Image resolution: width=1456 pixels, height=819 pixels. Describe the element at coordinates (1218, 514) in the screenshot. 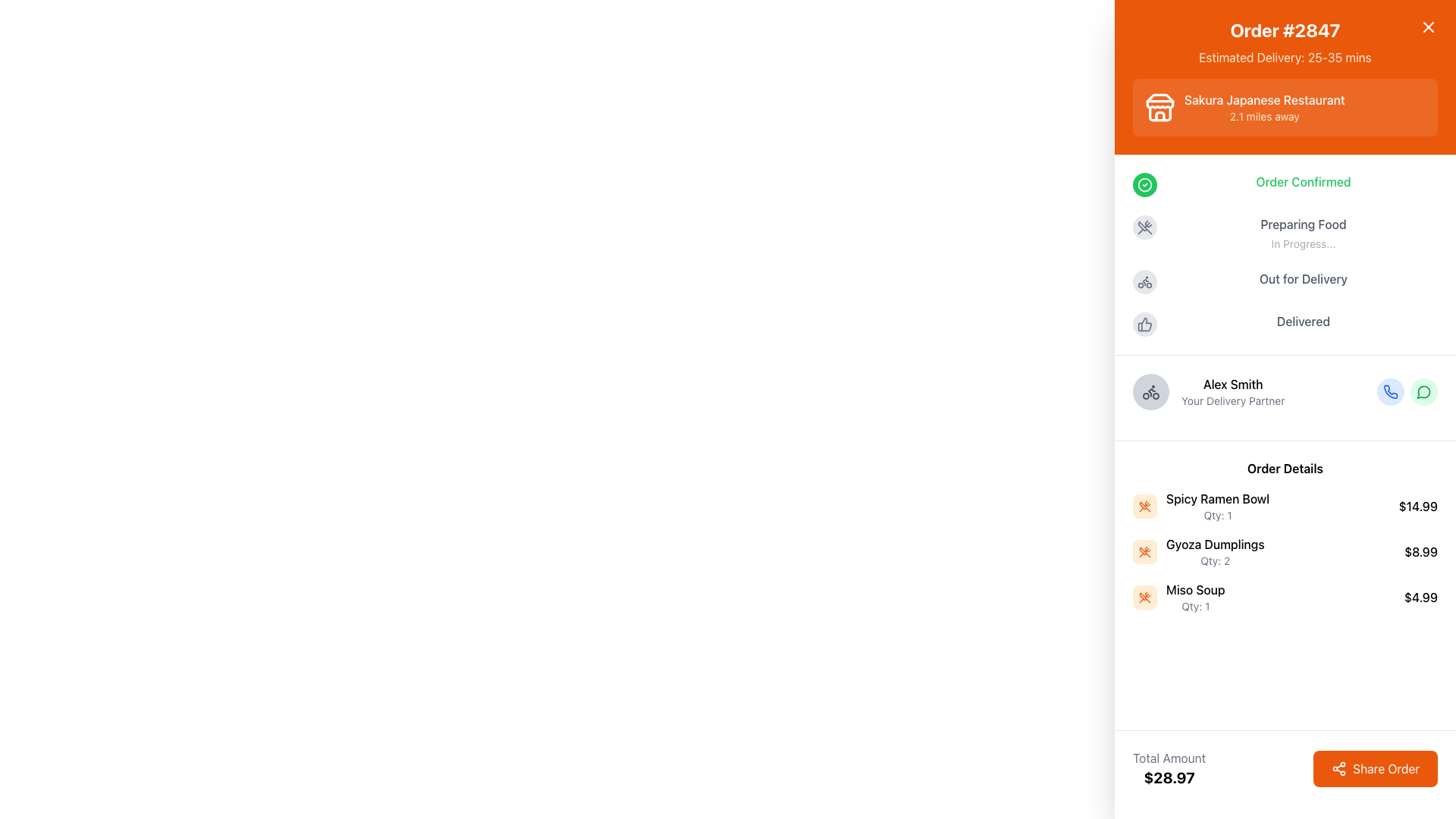

I see `the text label displaying 'Qty: 1', which is located beneath 'Spicy Ramen Bowl' in the order details section` at that location.